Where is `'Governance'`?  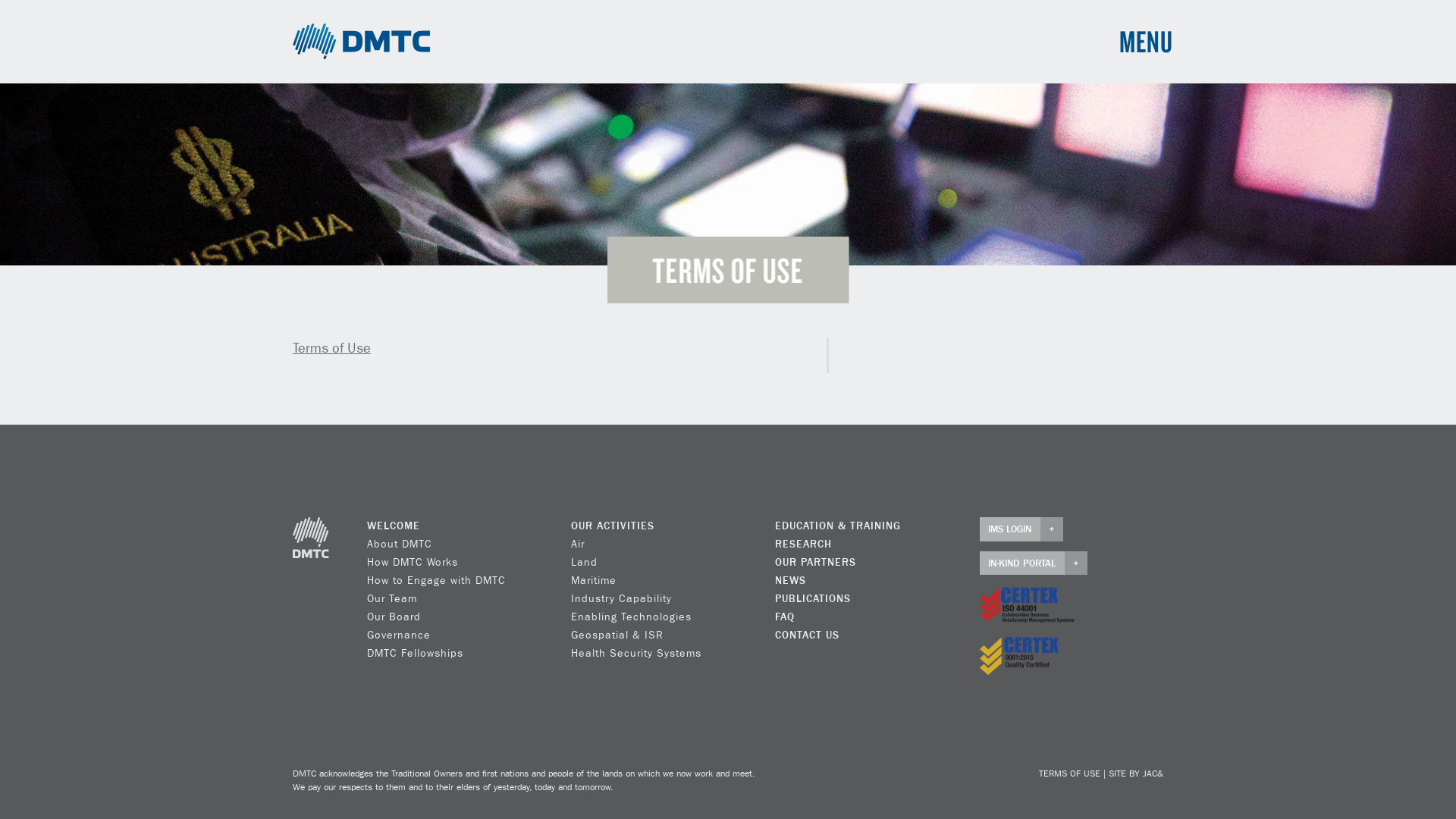
'Governance' is located at coordinates (399, 635).